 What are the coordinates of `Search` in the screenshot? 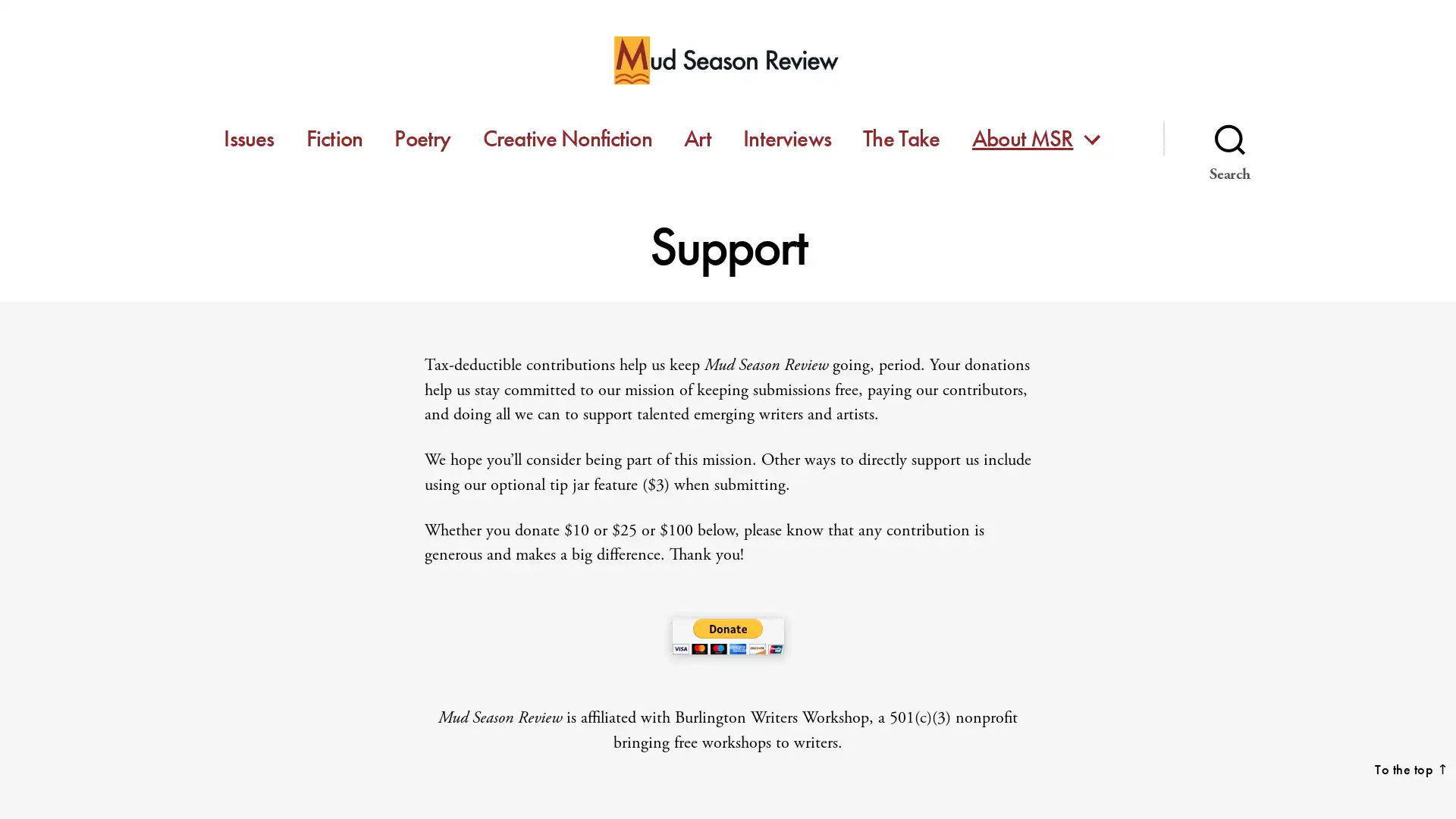 It's located at (1229, 138).